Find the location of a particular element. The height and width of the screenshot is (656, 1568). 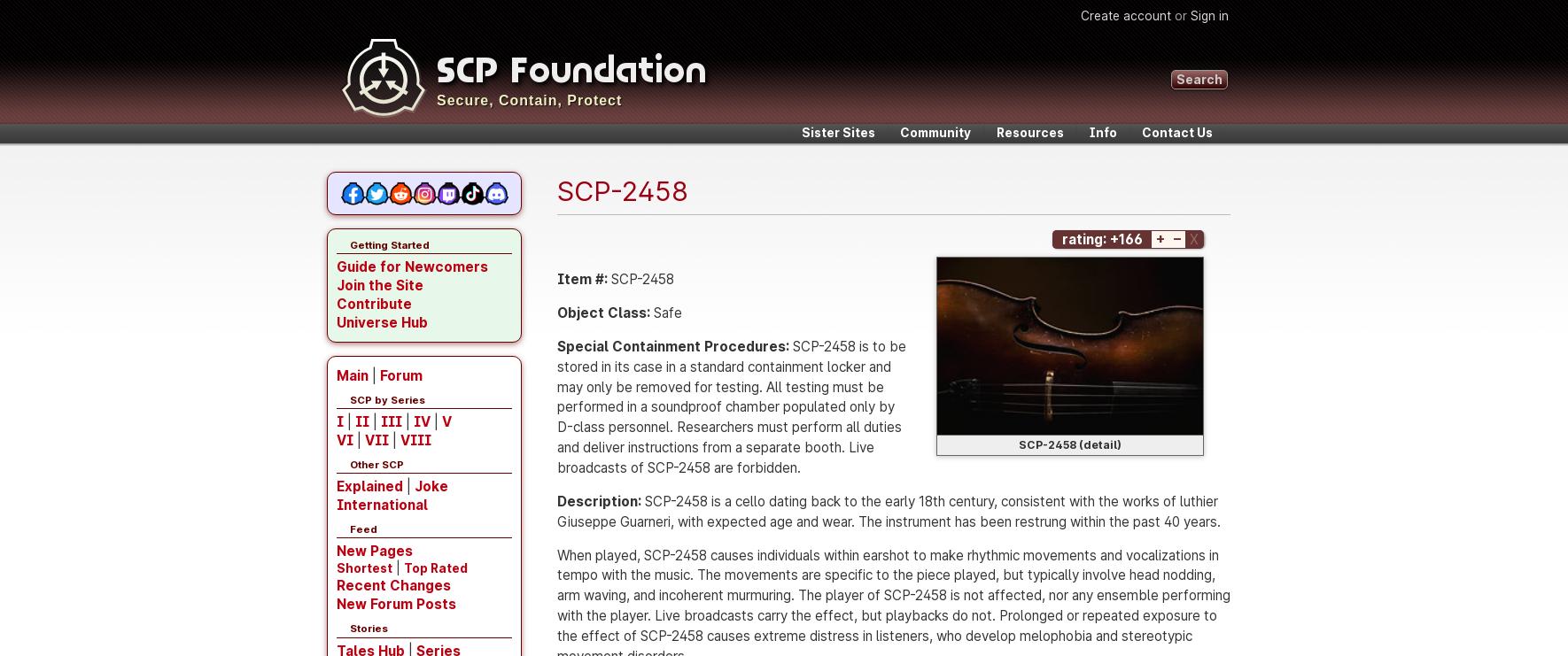

'rating:' is located at coordinates (1084, 238).